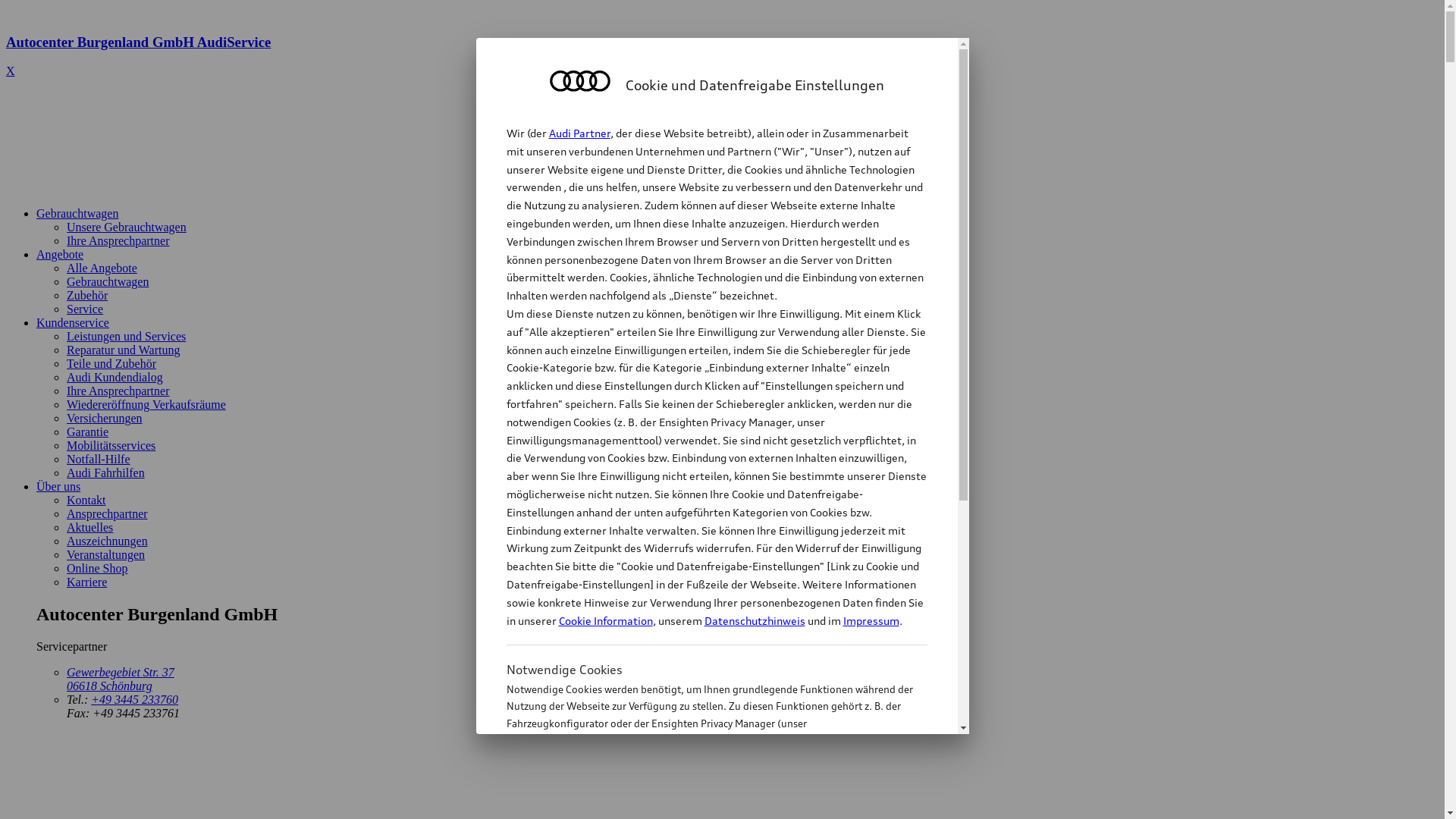 This screenshot has width=1456, height=819. Describe the element at coordinates (65, 350) in the screenshot. I see `'Reparatur und Wartung'` at that location.